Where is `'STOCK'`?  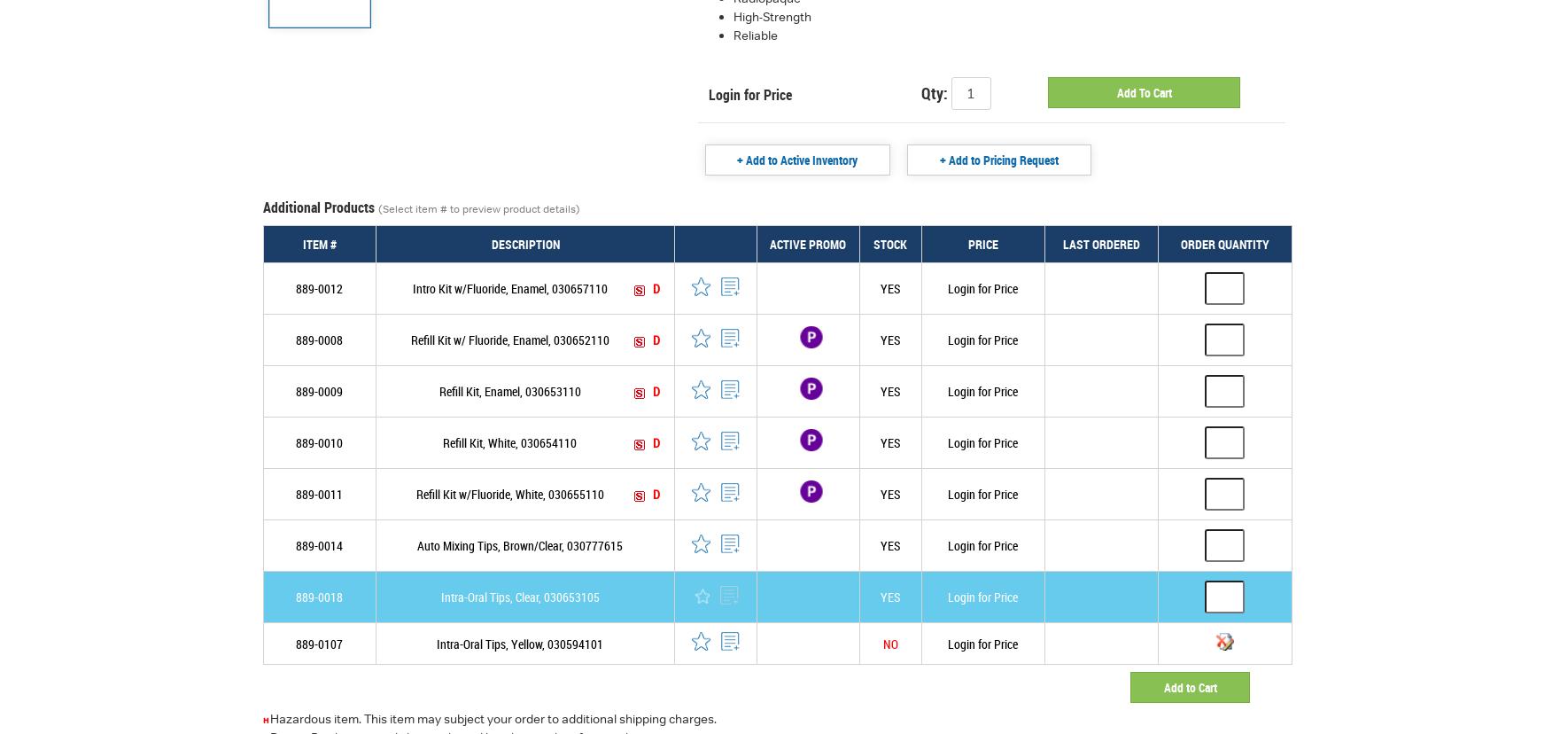
'STOCK' is located at coordinates (889, 243).